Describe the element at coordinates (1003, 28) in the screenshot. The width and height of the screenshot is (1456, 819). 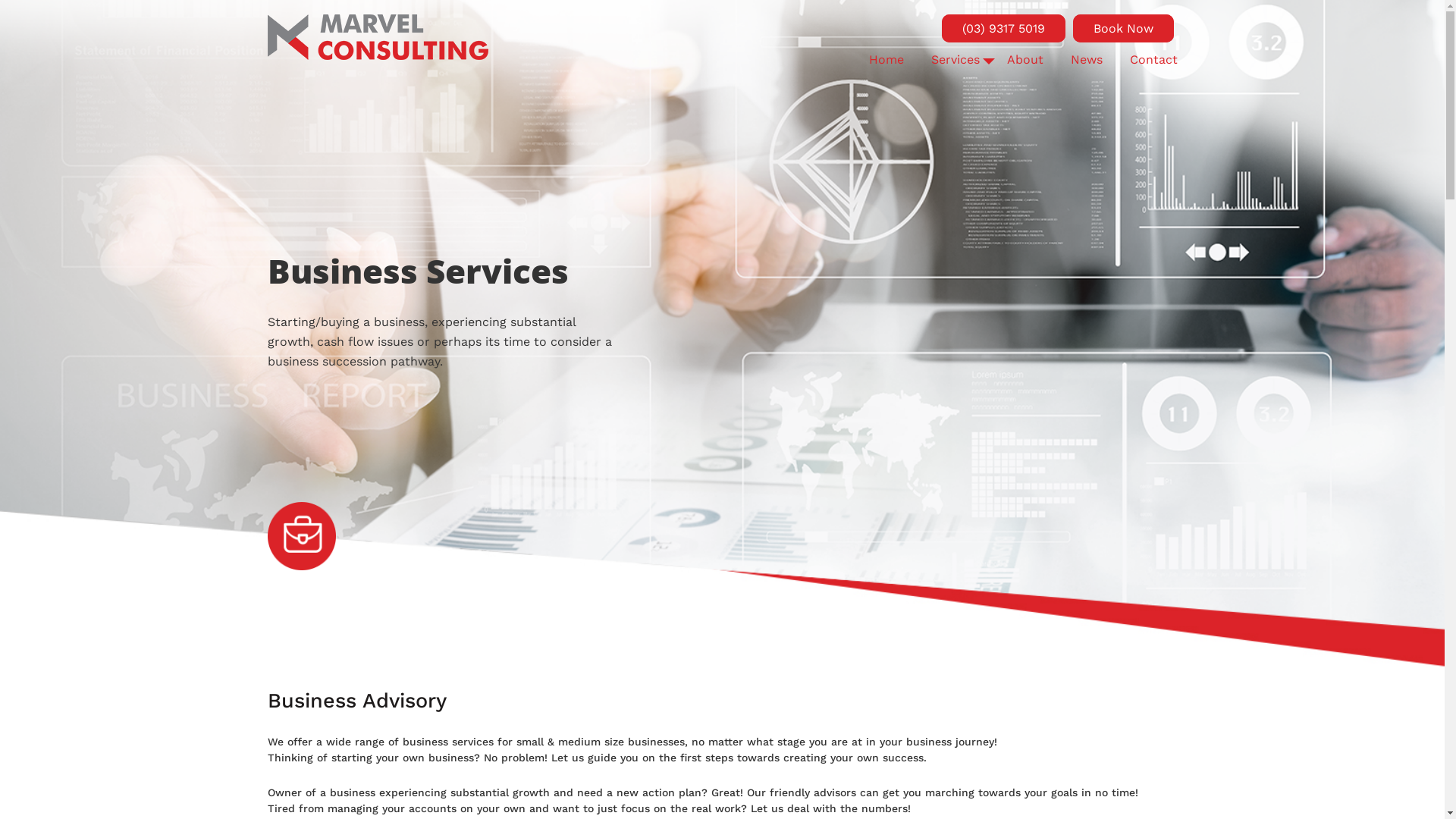
I see `'(03) 9317 5019'` at that location.